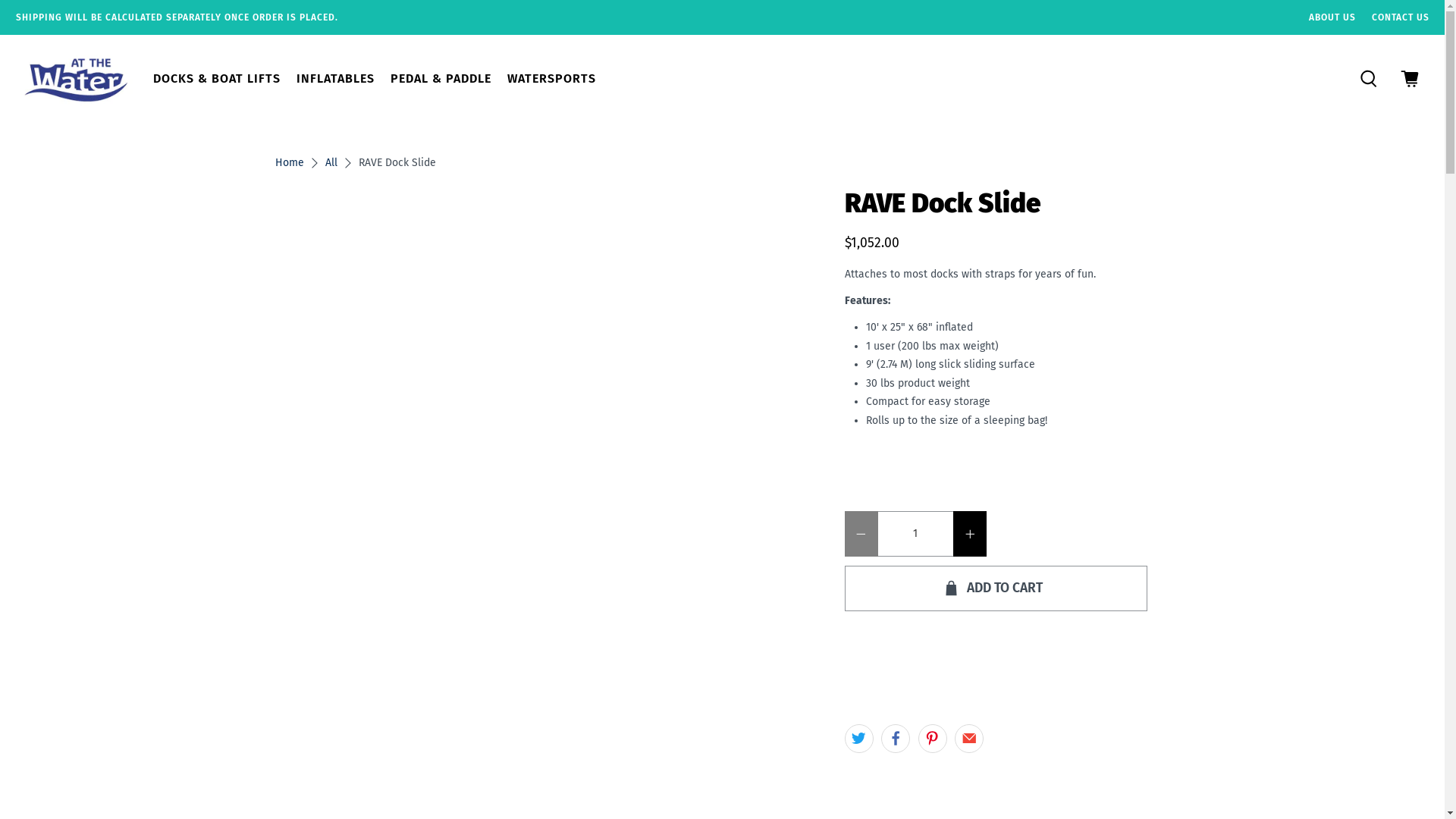 The image size is (1456, 819). Describe the element at coordinates (75, 78) in the screenshot. I see `'At The Water'` at that location.